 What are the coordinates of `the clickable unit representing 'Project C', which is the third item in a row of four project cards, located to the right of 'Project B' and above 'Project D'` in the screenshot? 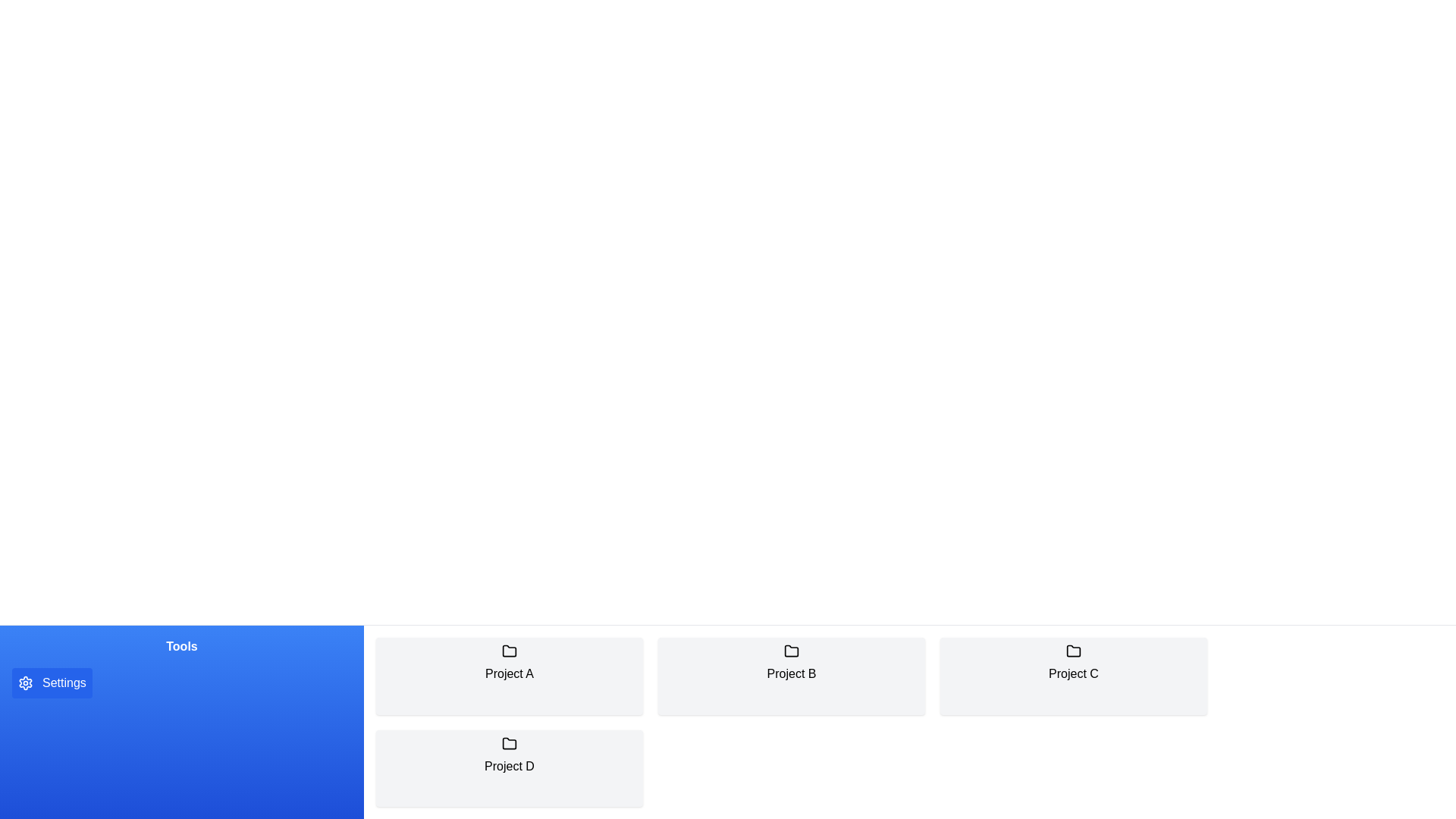 It's located at (1073, 675).